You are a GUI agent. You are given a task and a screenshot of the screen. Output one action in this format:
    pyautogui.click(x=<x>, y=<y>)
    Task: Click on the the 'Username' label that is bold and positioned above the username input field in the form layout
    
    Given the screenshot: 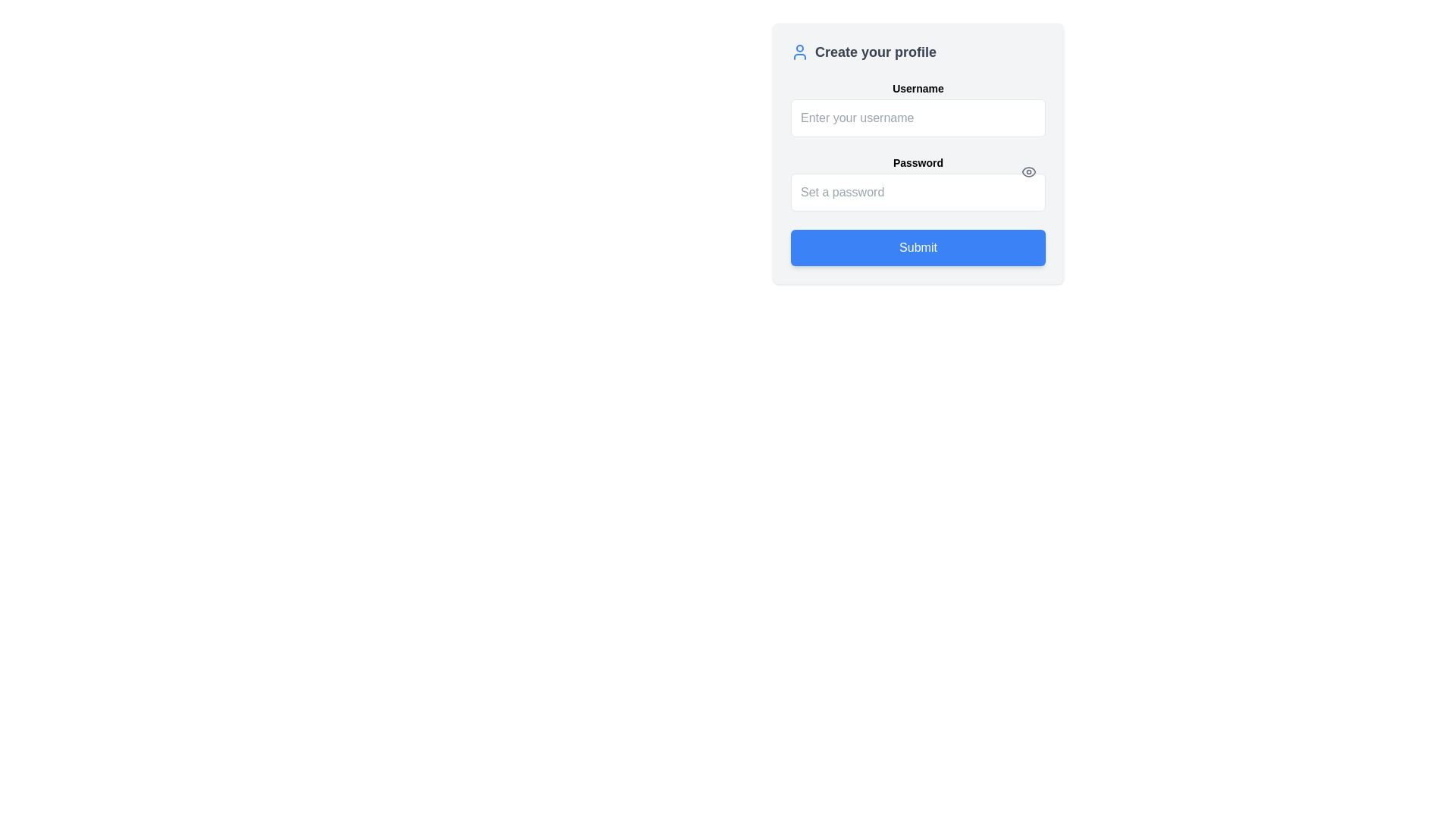 What is the action you would take?
    pyautogui.click(x=917, y=88)
    